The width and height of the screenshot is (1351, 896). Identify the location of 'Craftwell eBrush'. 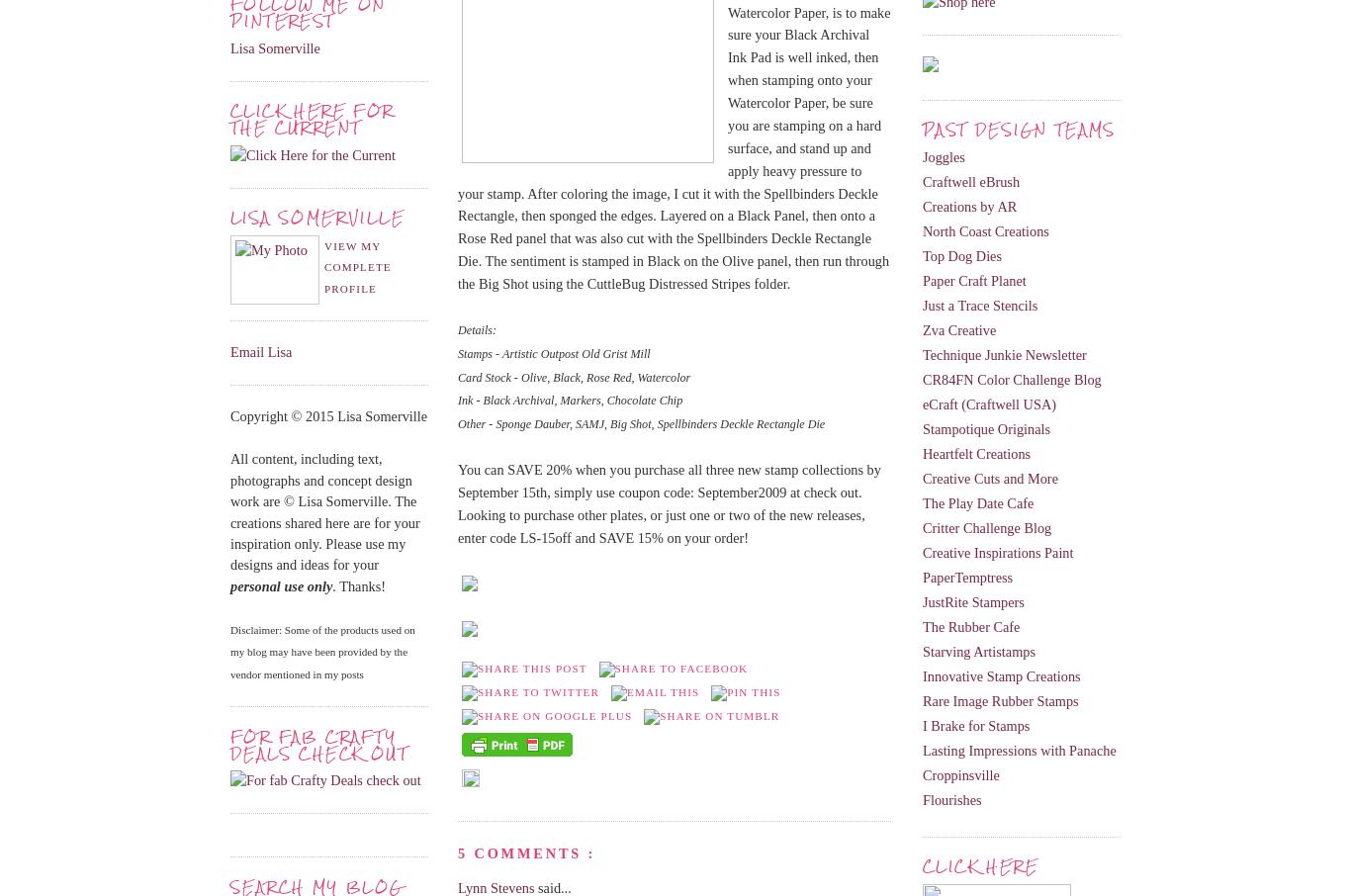
(971, 181).